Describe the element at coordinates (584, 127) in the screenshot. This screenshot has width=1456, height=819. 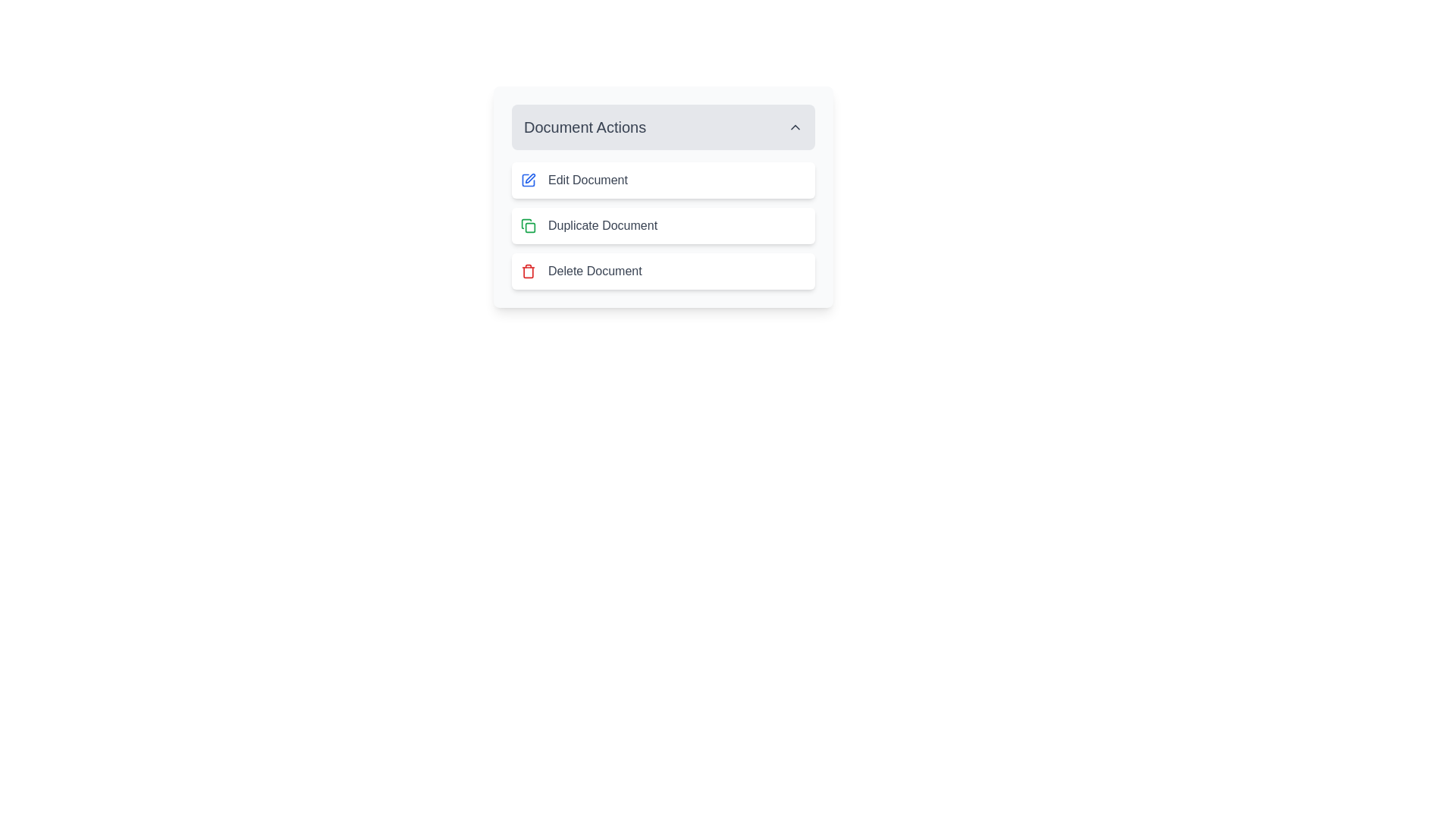
I see `the text label reading 'Document Actions' located in the top-left section of the control panel card` at that location.